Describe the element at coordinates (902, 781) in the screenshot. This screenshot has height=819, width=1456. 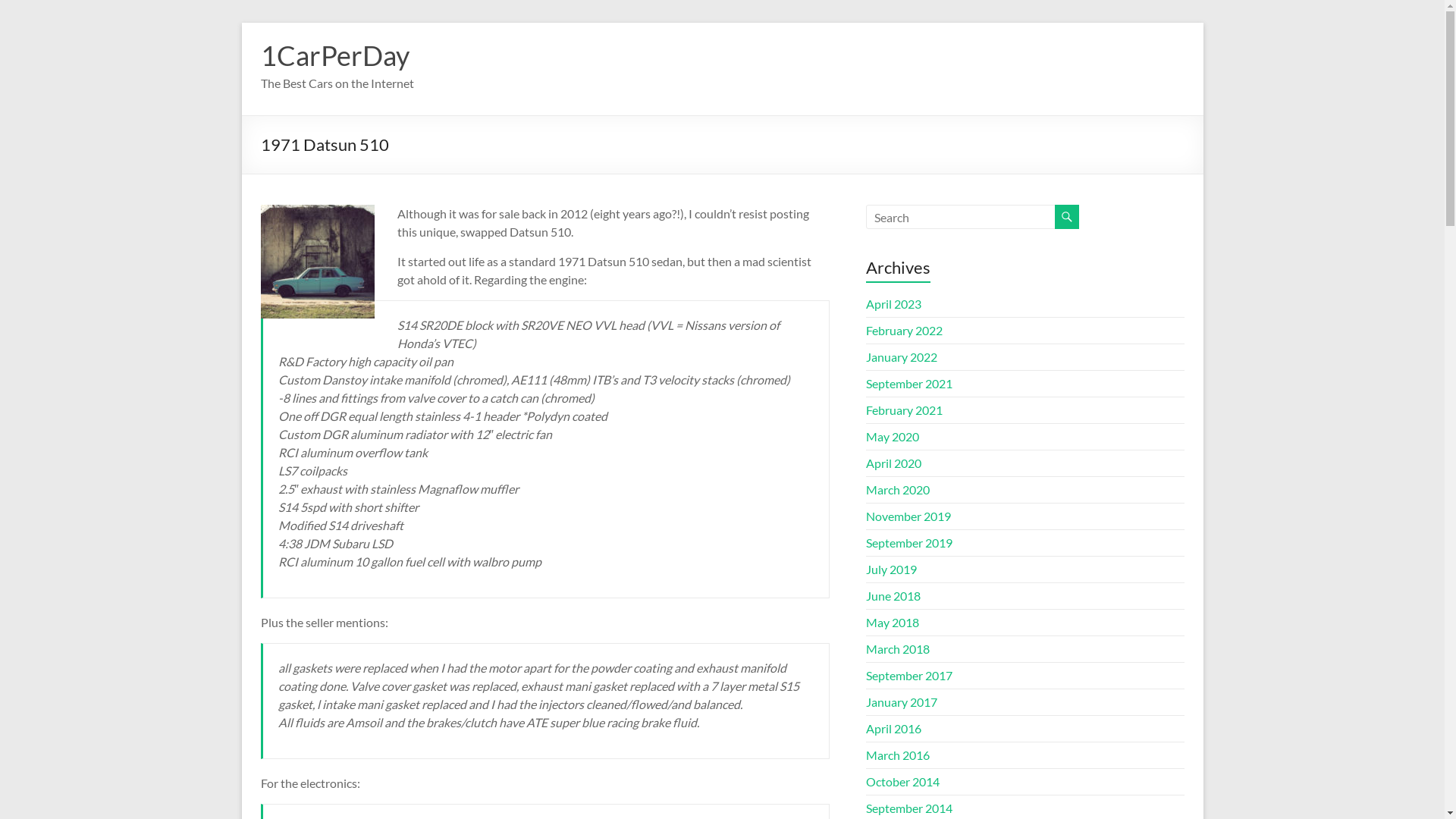
I see `'October 2014'` at that location.